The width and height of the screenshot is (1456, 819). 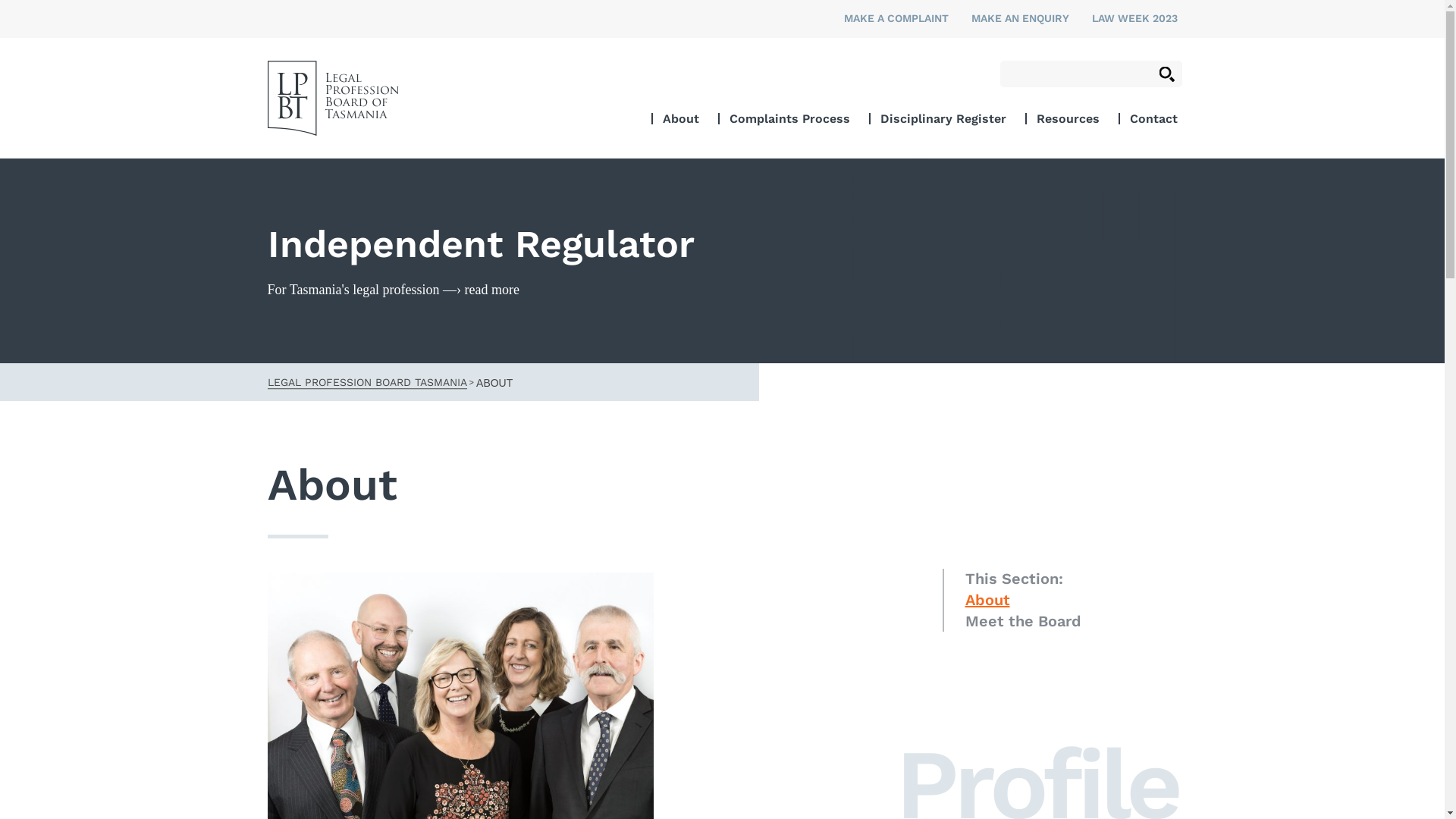 I want to click on 'LEGAL PROFESSION BOARD TASMANIA', so click(x=366, y=380).